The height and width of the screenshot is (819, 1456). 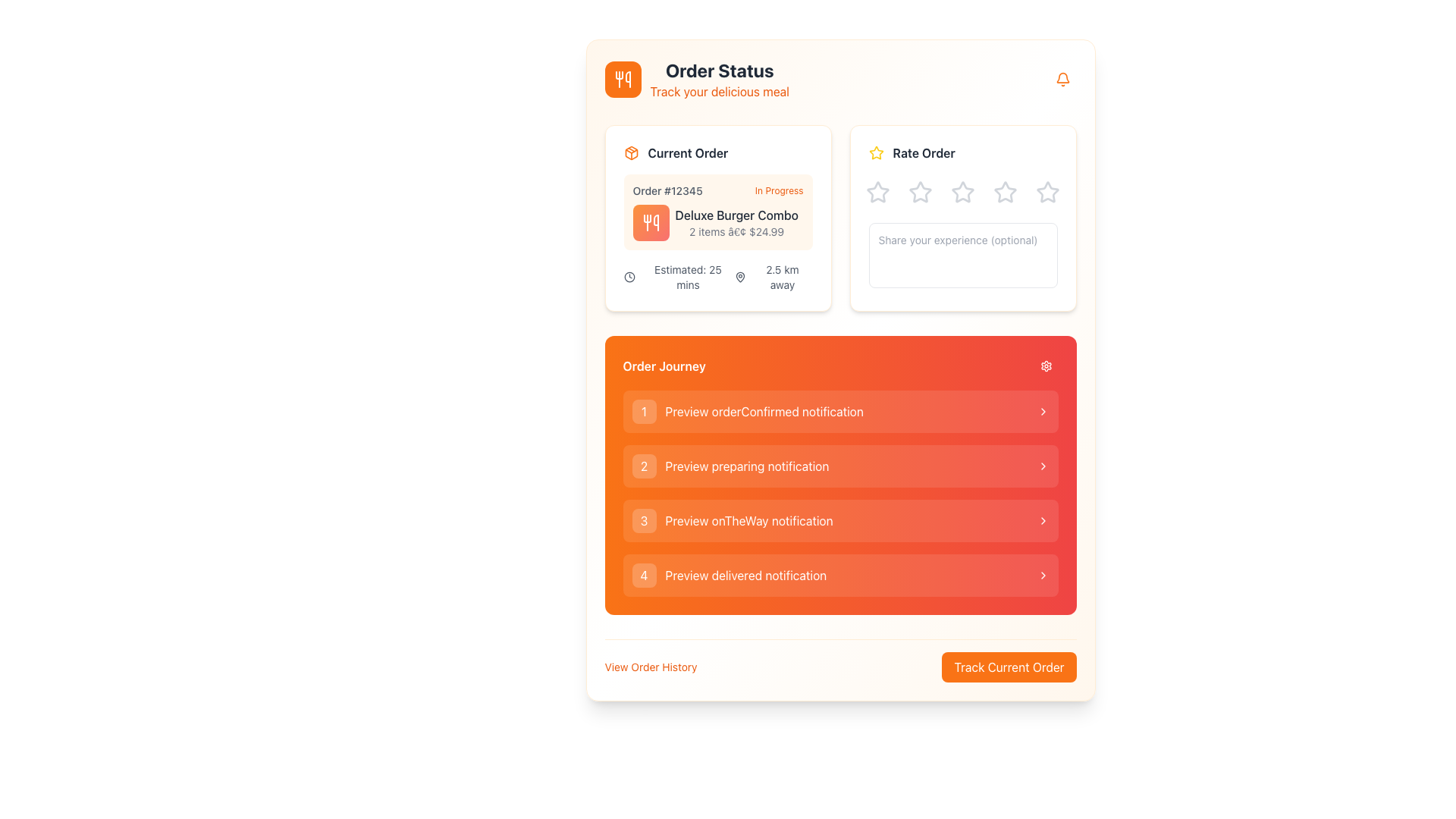 What do you see at coordinates (962, 192) in the screenshot?
I see `the third star rating icon in the Rate Order section, which is interactive and changes color on hover` at bounding box center [962, 192].